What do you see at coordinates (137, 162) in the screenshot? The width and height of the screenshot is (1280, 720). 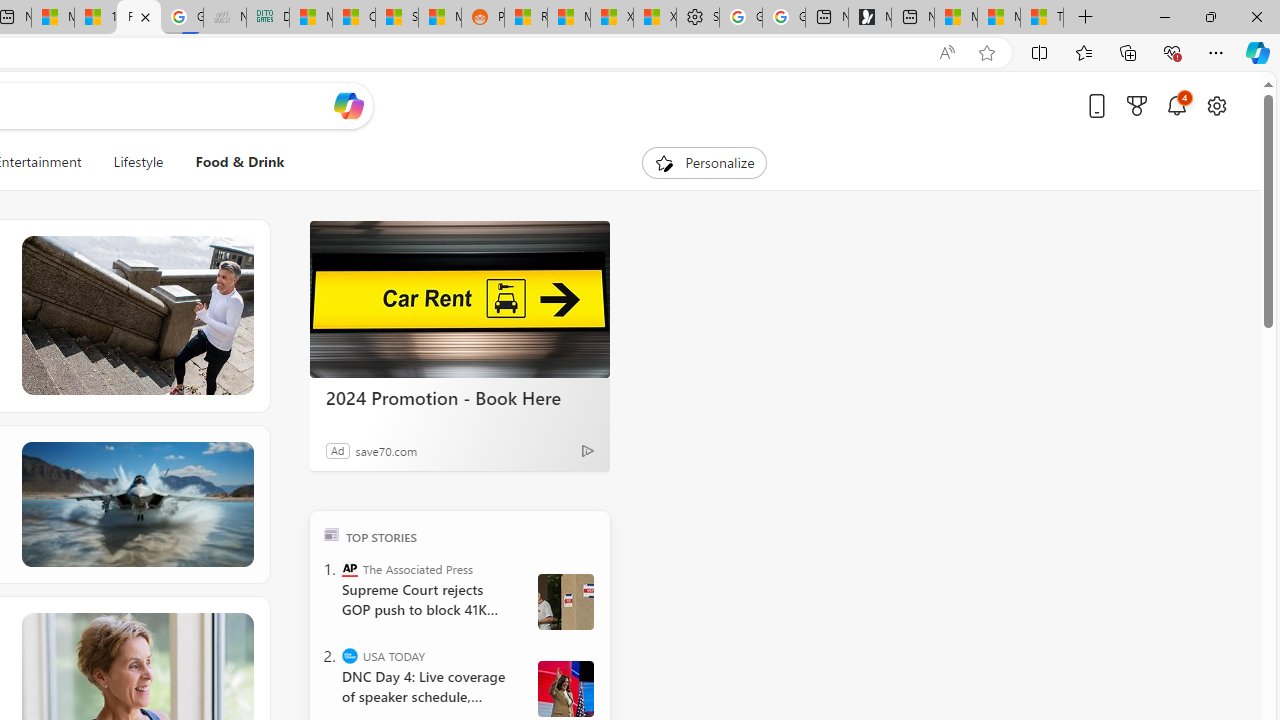 I see `'Lifestyle'` at bounding box center [137, 162].